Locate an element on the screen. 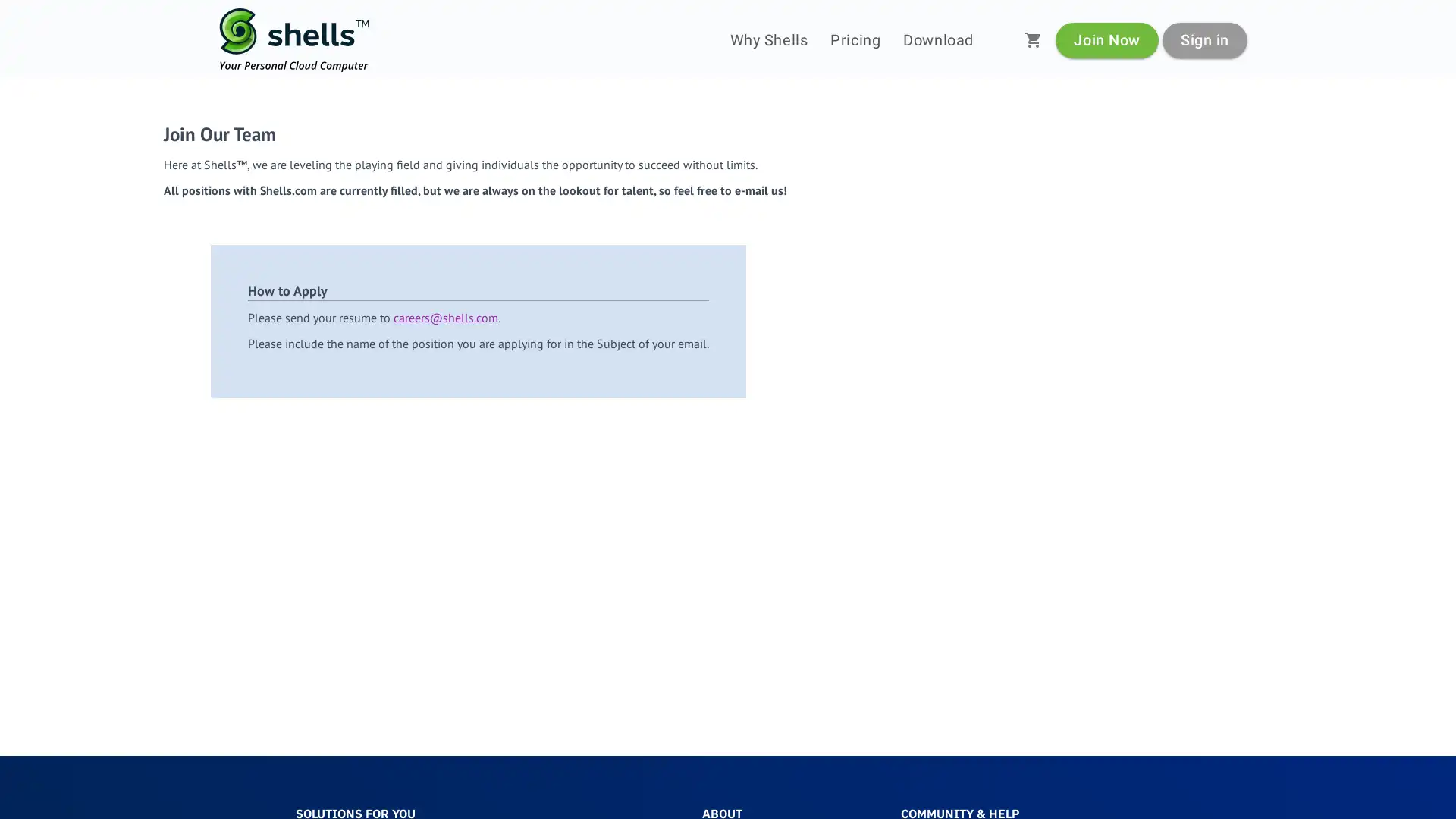  Shells Logo is located at coordinates (294, 39).